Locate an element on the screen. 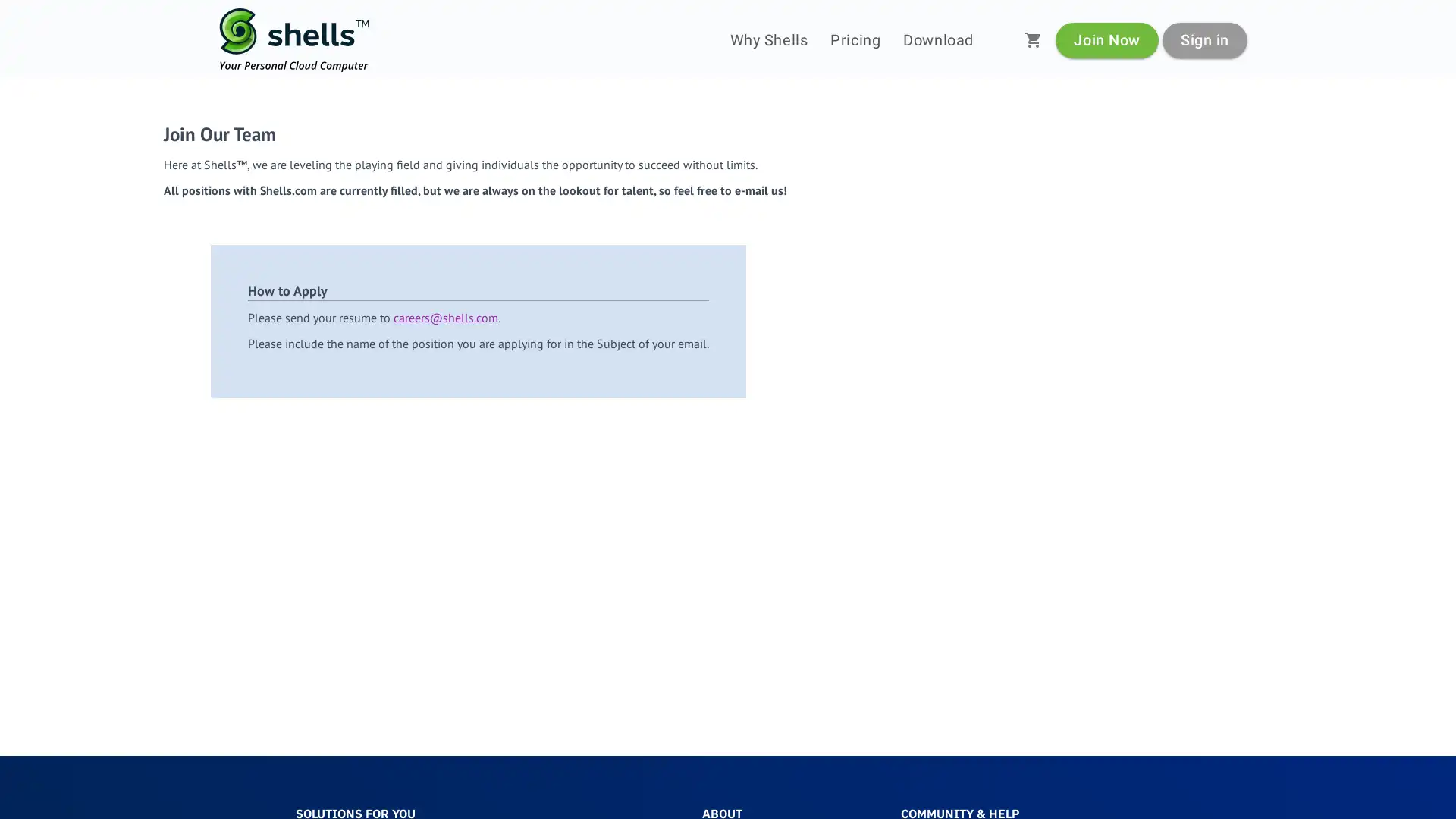  Shells Logo is located at coordinates (294, 39).